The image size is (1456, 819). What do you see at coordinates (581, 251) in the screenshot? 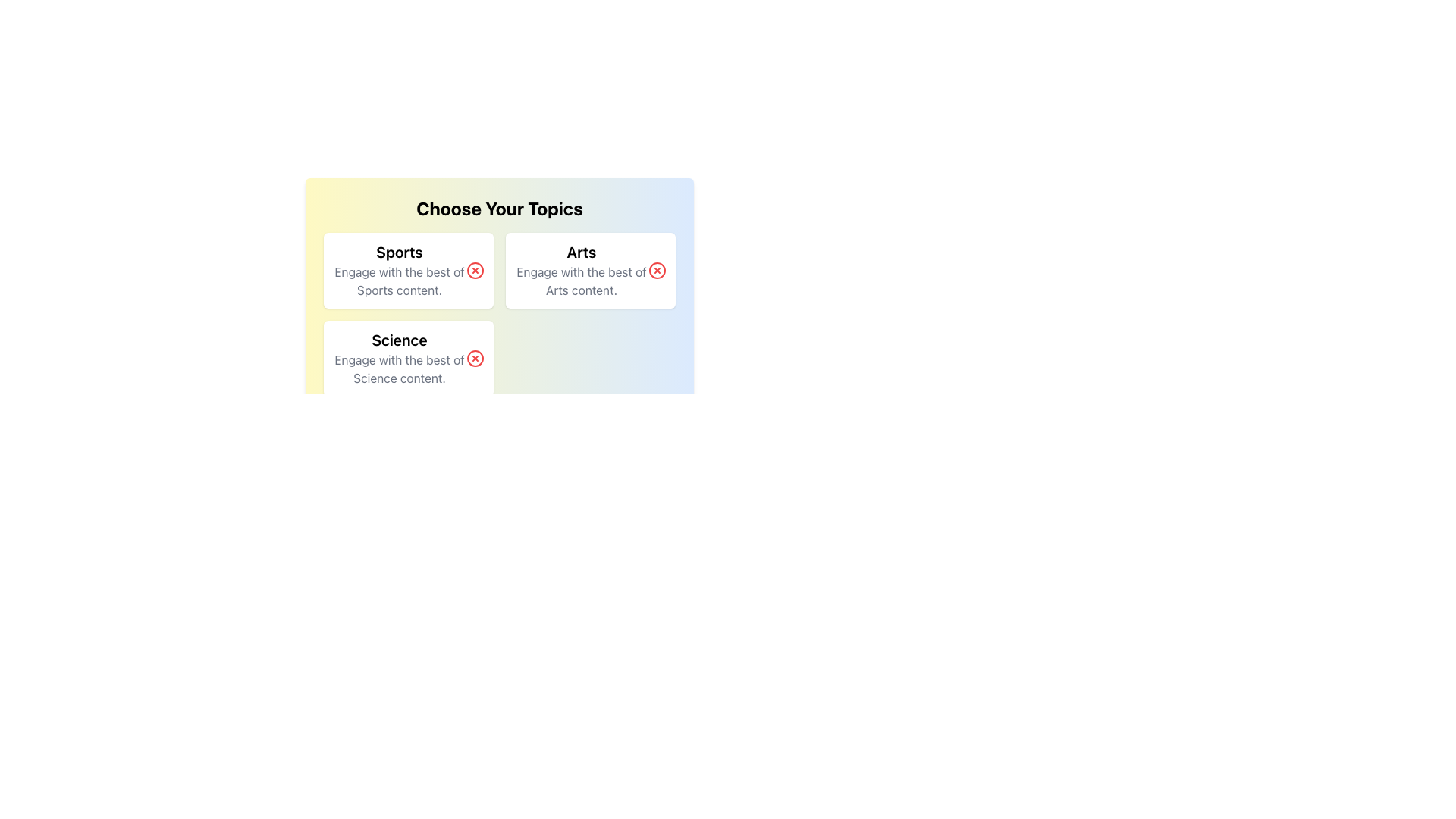
I see `the 'Arts' title text label located in the top-right card of the vertical list of cards, which identifies the section topic` at bounding box center [581, 251].